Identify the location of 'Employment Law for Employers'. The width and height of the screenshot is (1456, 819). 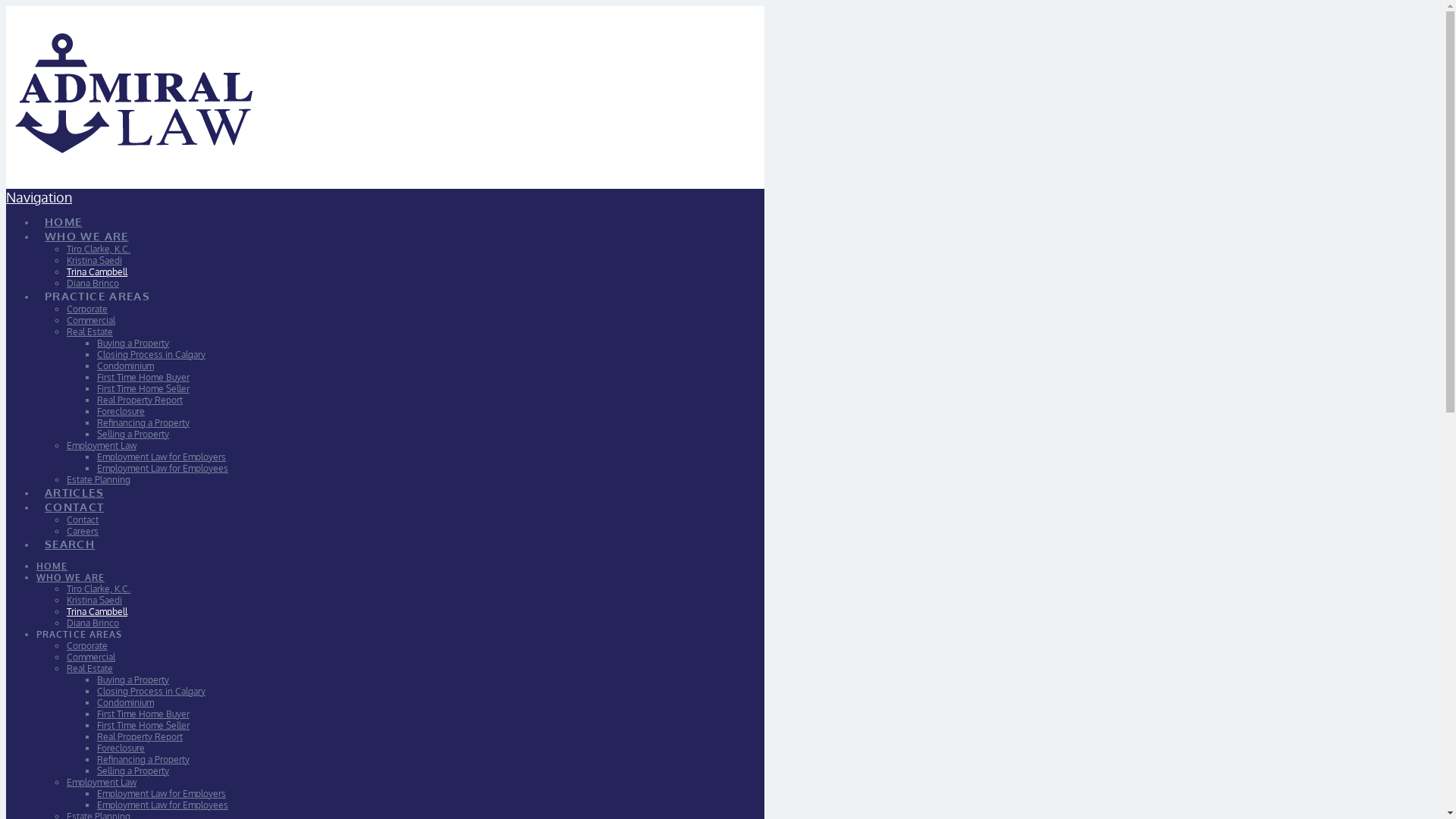
(161, 792).